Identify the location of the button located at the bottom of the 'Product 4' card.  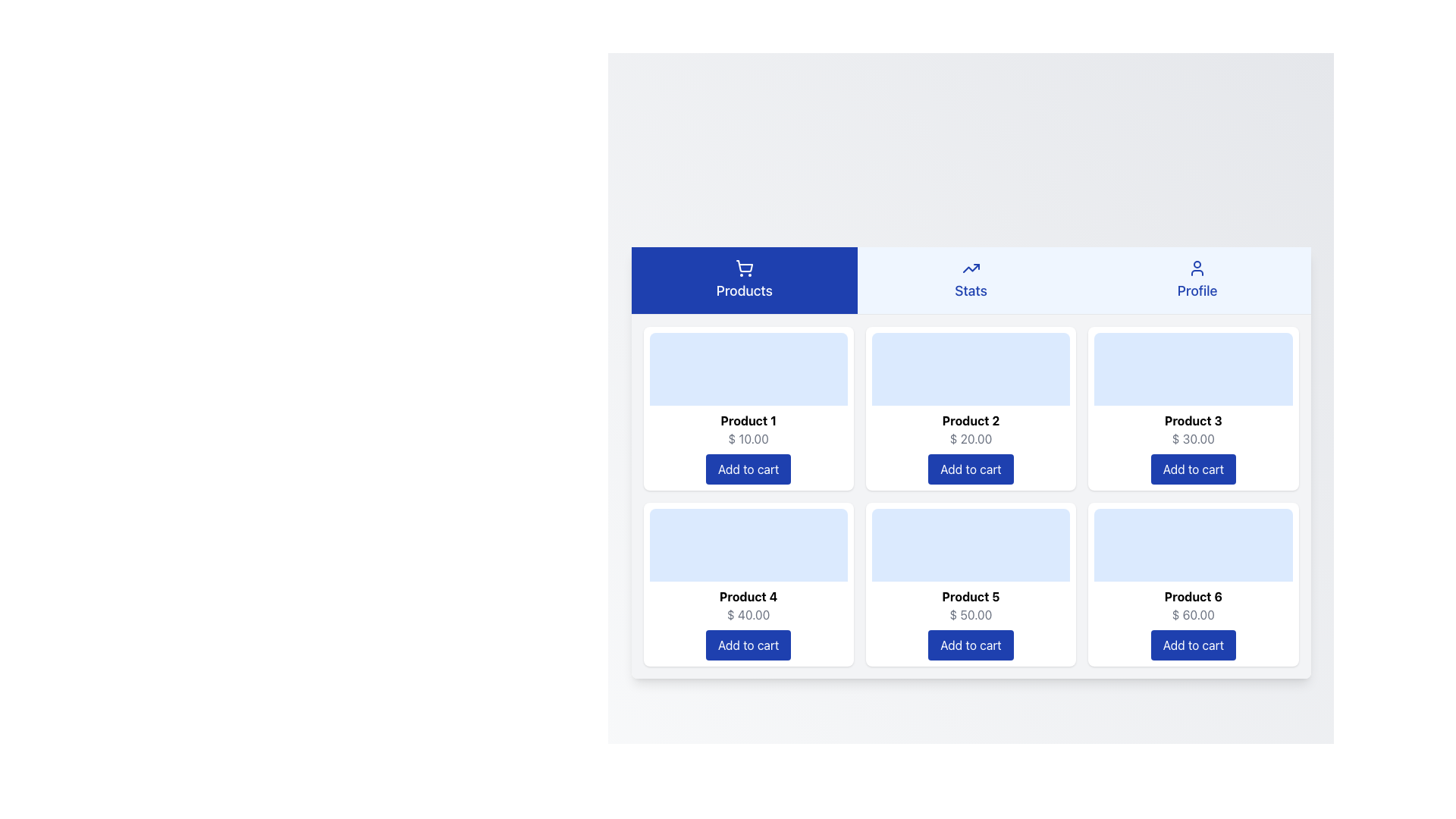
(748, 645).